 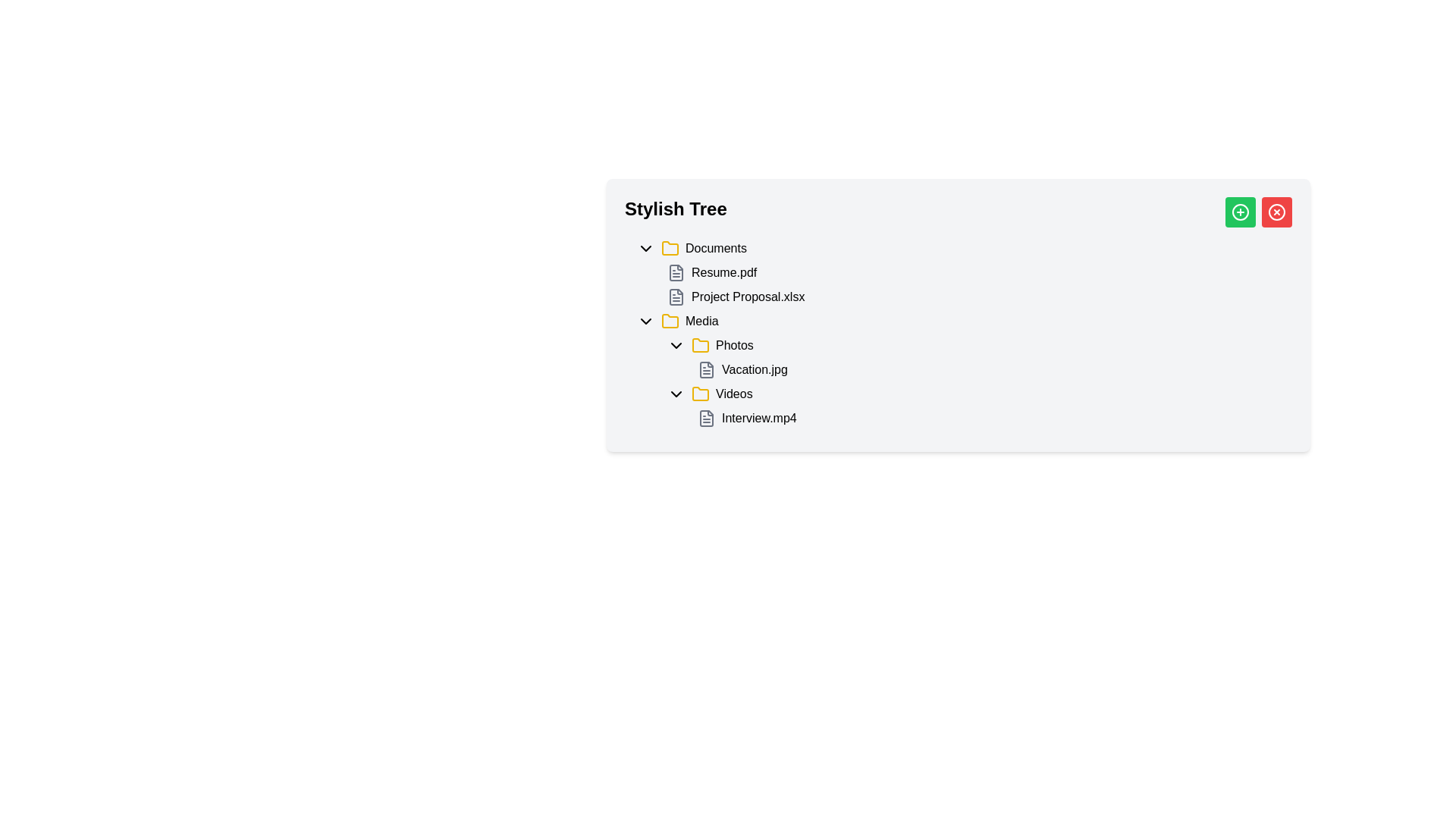 I want to click on the green circular action button with a '+' sign, located in the top-right corner of the gray panel, so click(x=1241, y=212).